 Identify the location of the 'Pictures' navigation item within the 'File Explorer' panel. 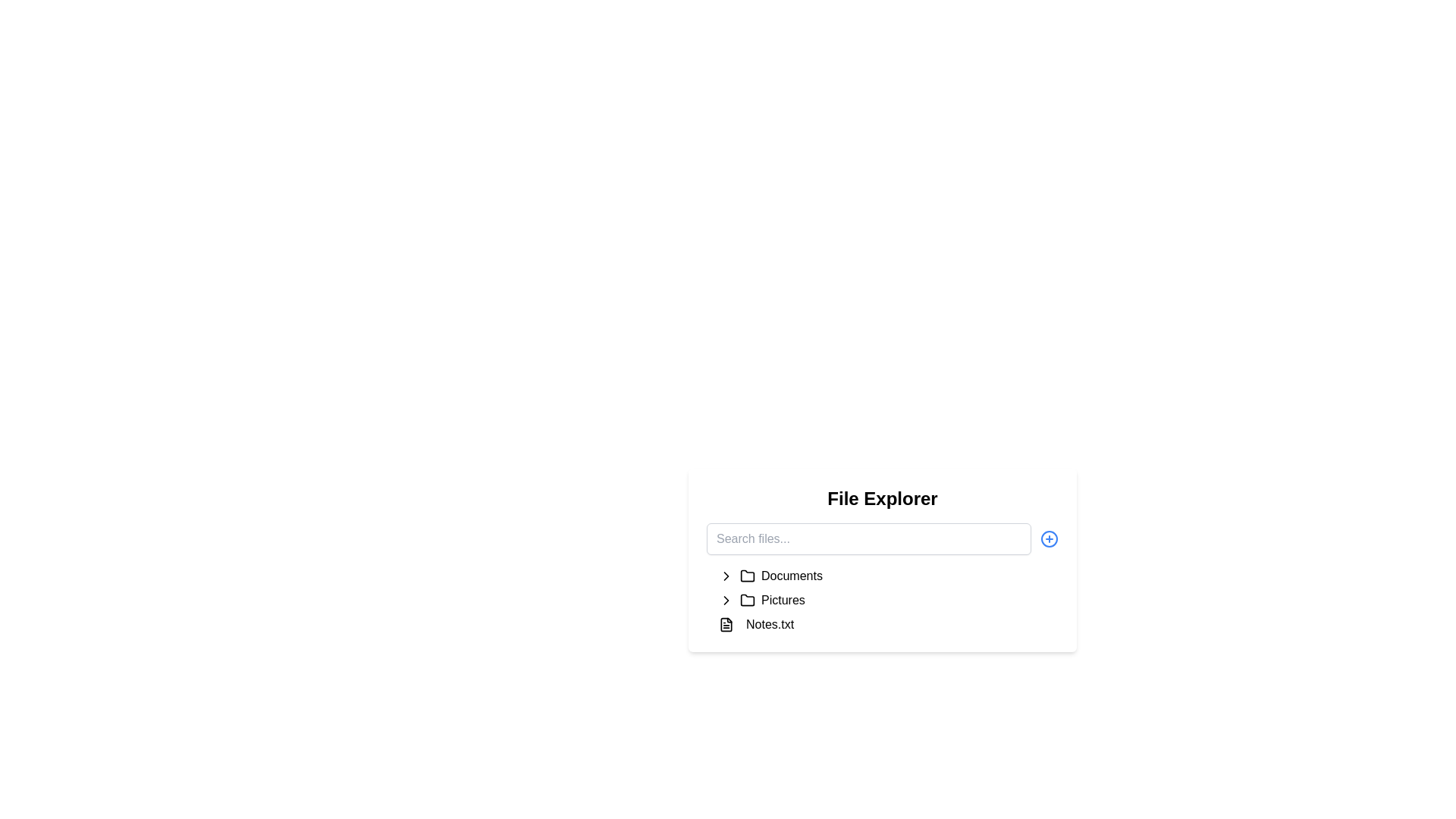
(888, 599).